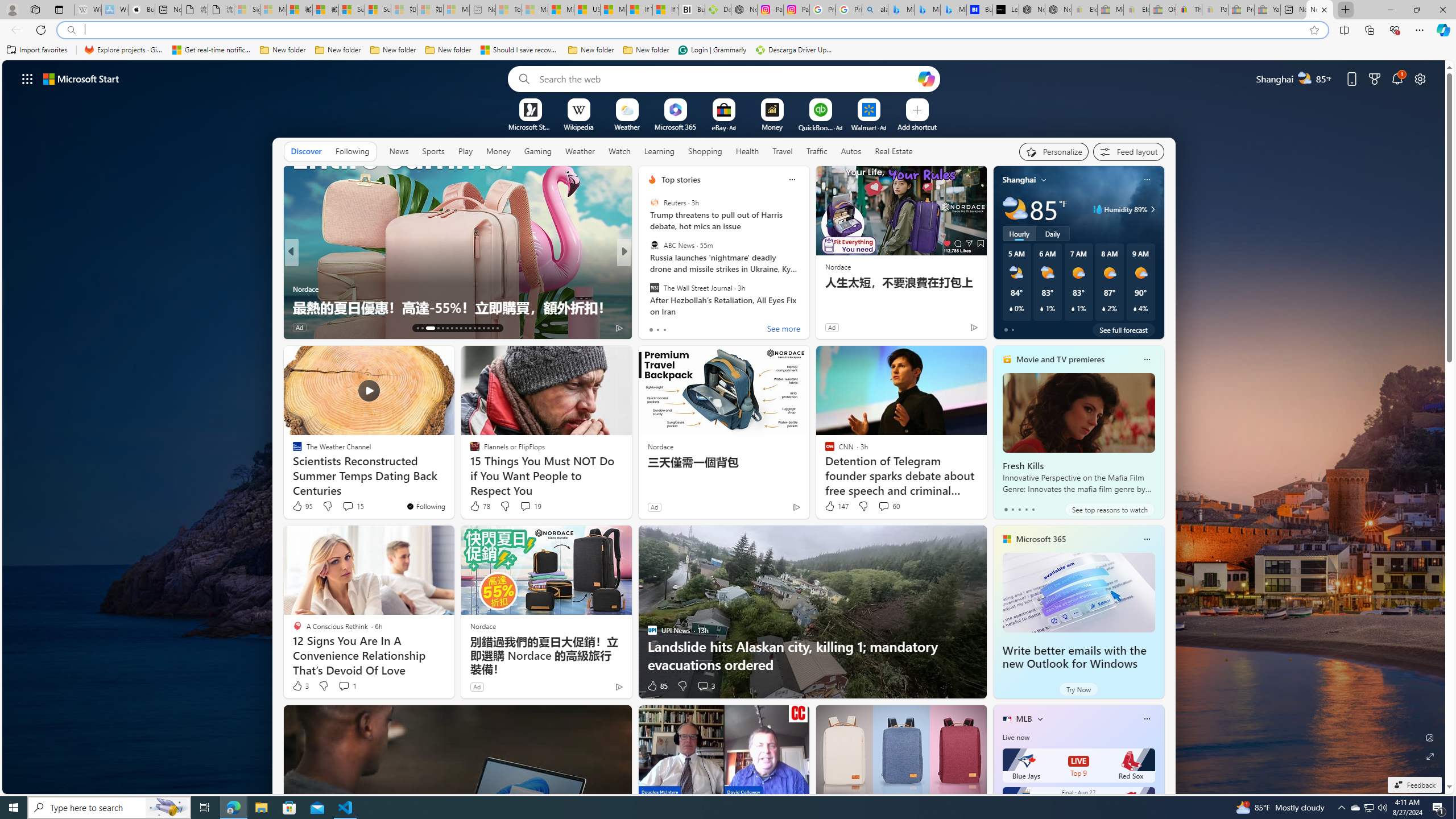  I want to click on 'You', so click(425, 505).